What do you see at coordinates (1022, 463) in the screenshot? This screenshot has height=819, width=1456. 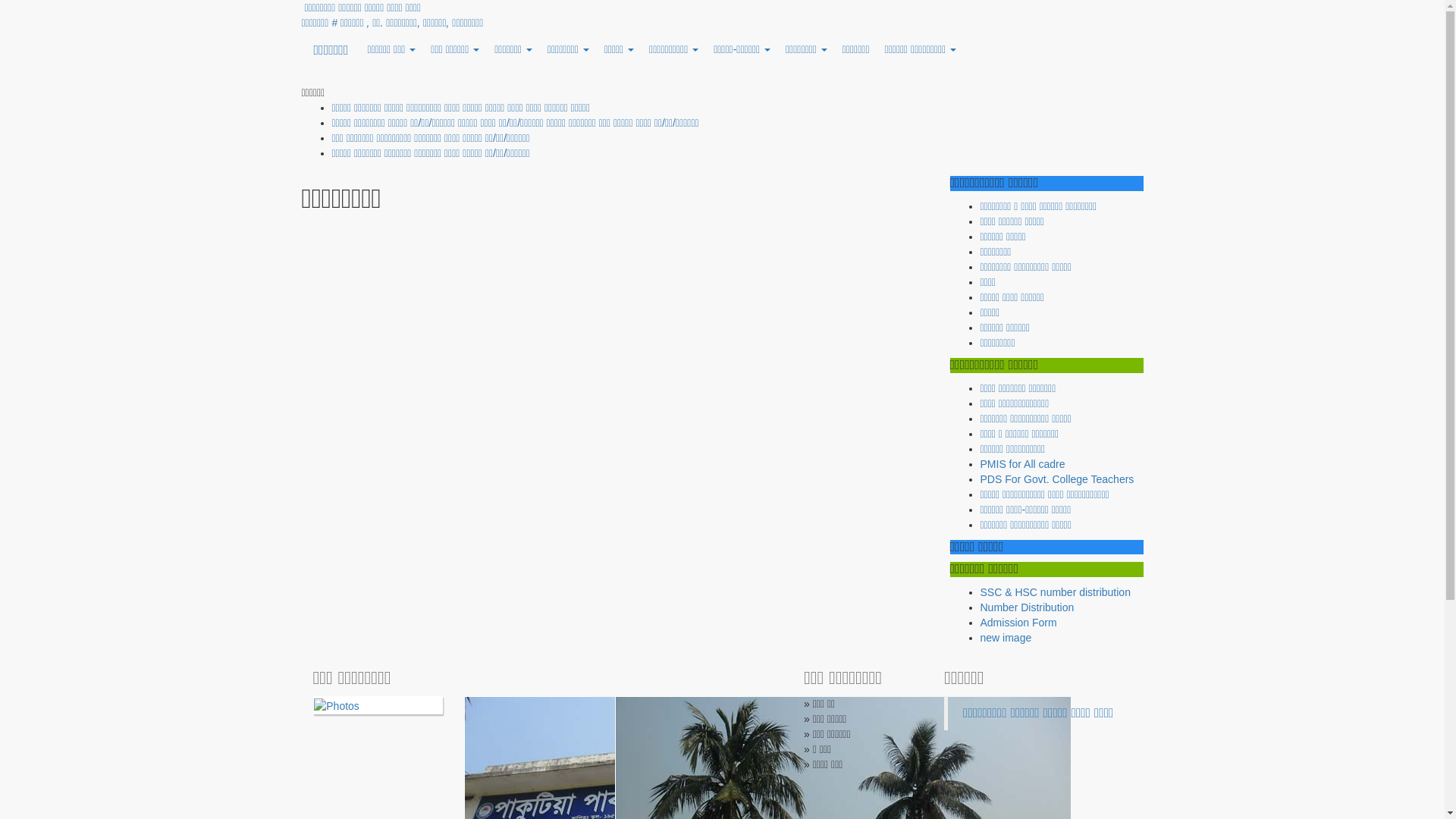 I see `'PMIS for All cadre'` at bounding box center [1022, 463].